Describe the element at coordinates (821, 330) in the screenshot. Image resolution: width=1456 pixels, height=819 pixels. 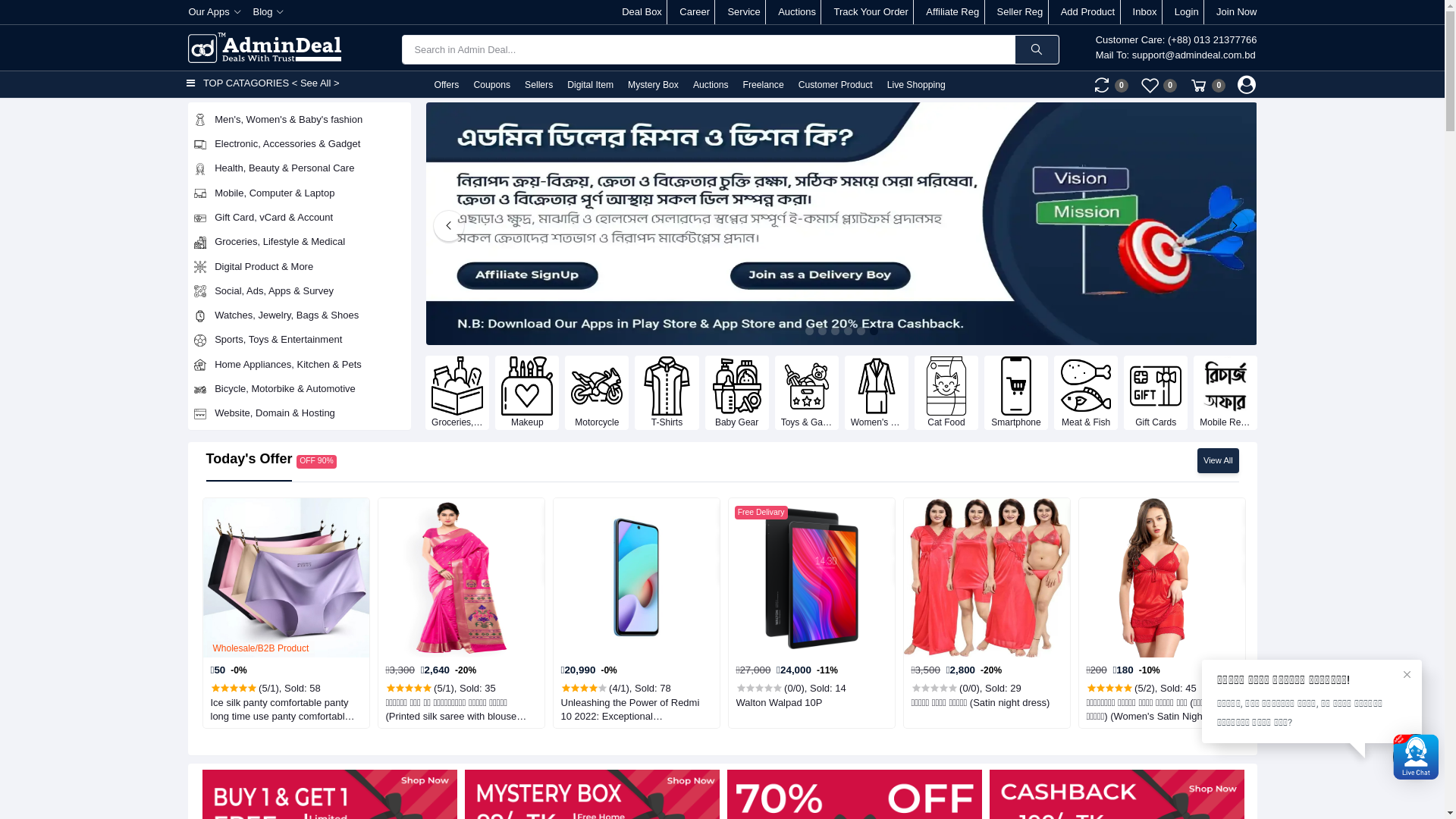
I see `'2'` at that location.